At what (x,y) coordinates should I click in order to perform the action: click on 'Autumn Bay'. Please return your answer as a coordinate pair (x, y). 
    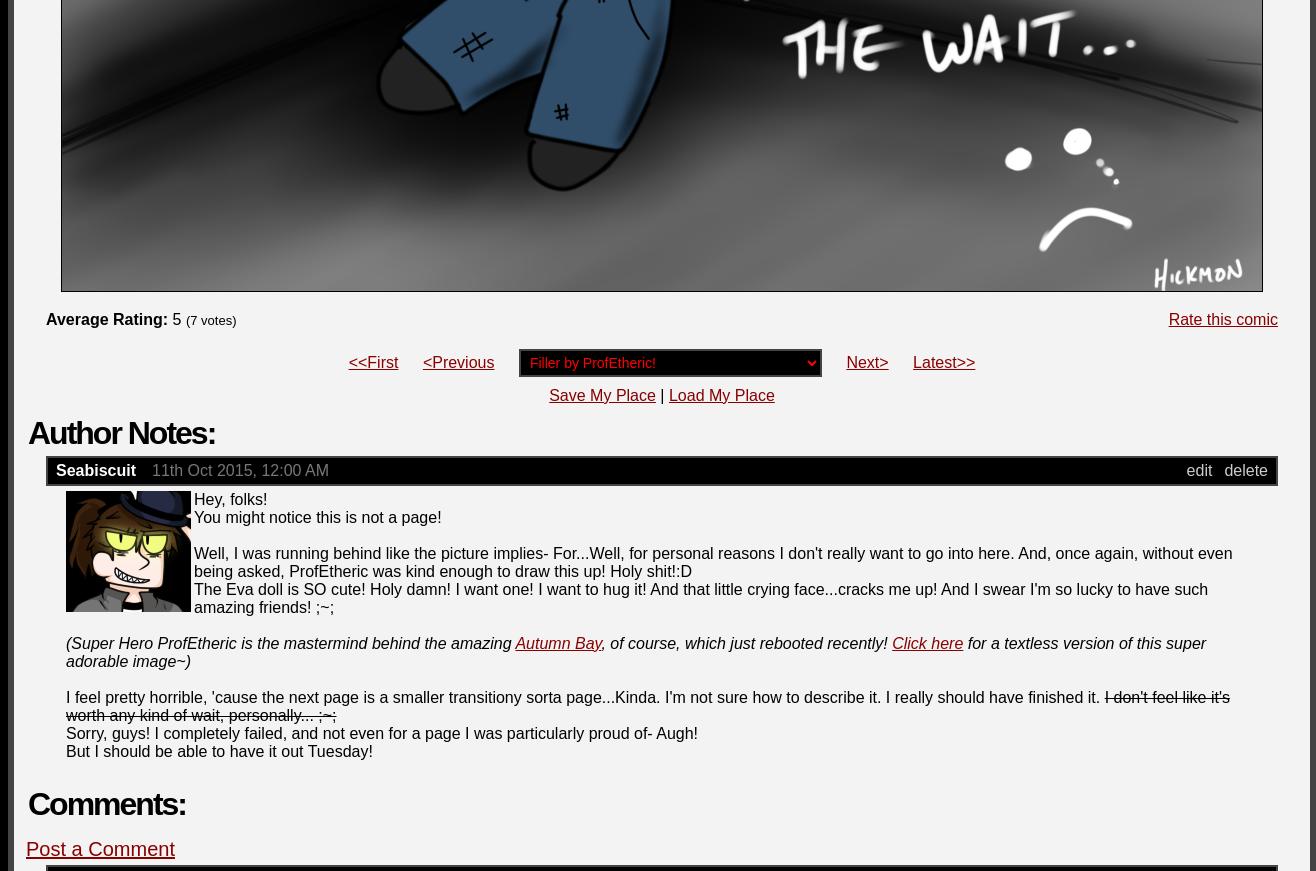
    Looking at the image, I should click on (557, 642).